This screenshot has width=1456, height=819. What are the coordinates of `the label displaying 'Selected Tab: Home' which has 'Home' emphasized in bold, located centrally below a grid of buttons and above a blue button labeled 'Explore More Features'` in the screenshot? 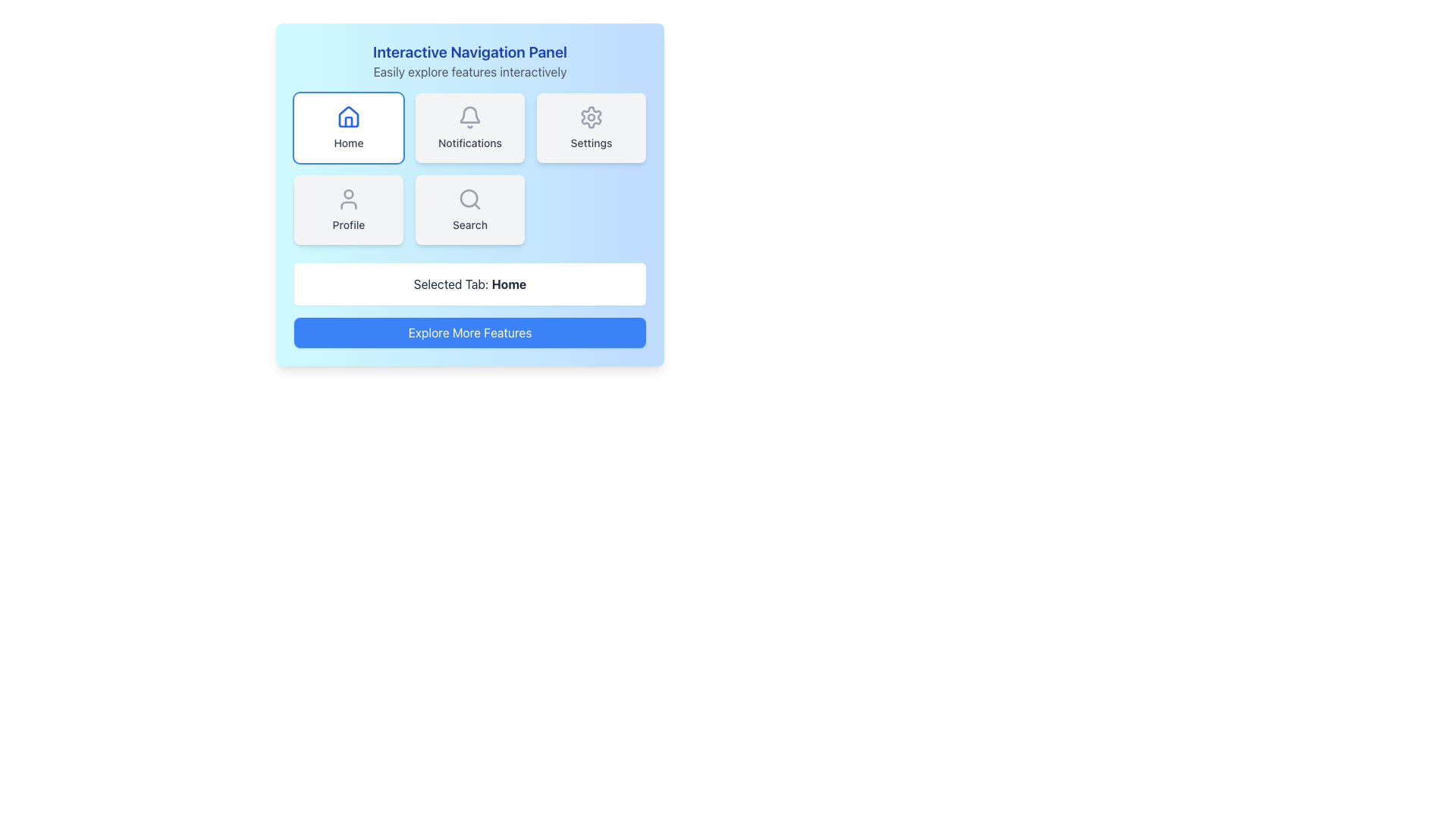 It's located at (469, 284).